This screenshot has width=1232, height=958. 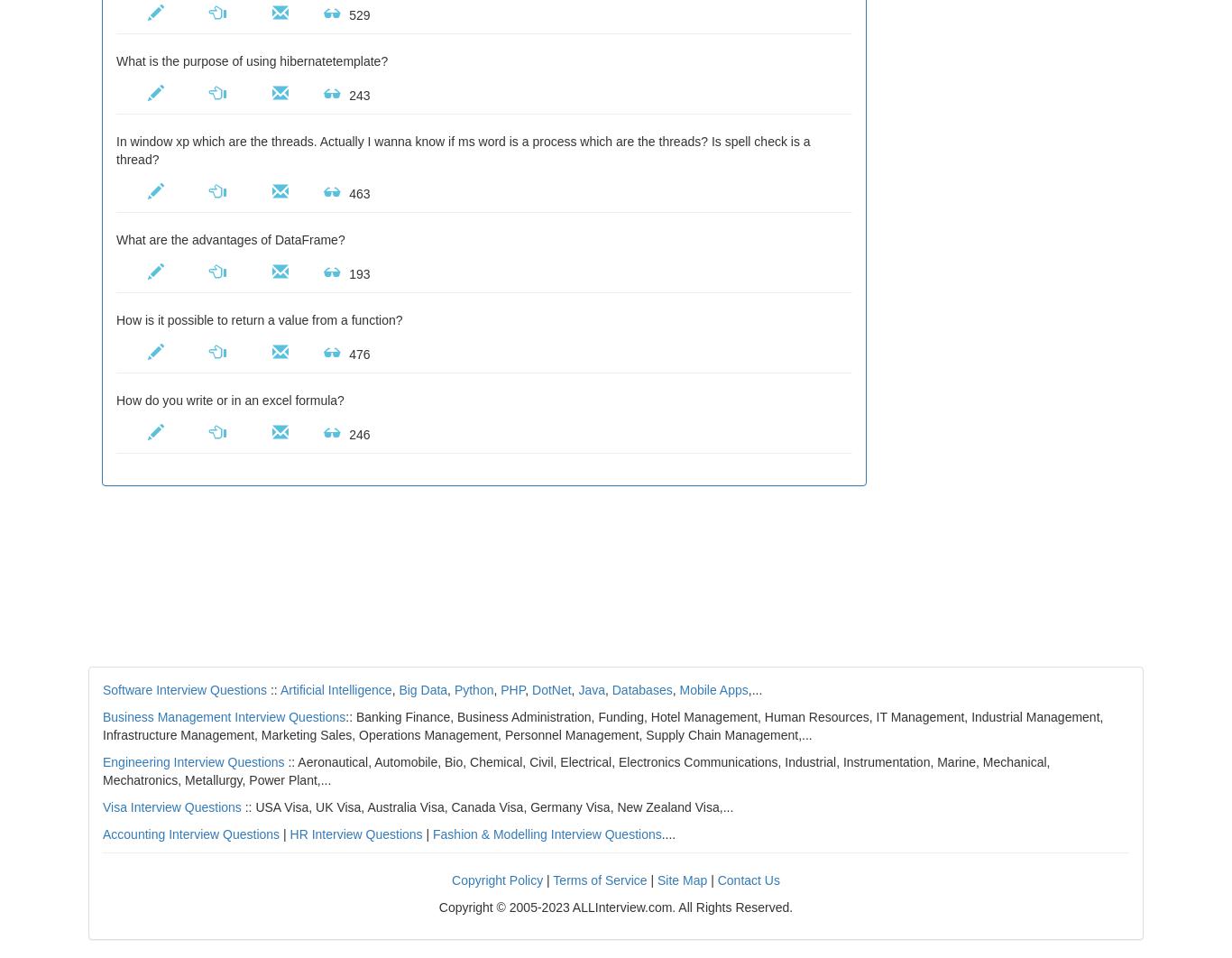 I want to click on 'In window xp which are the threads. Actually I wanna know if ms word is a process which are the threads? Is spell check is a thread?', so click(x=463, y=151).